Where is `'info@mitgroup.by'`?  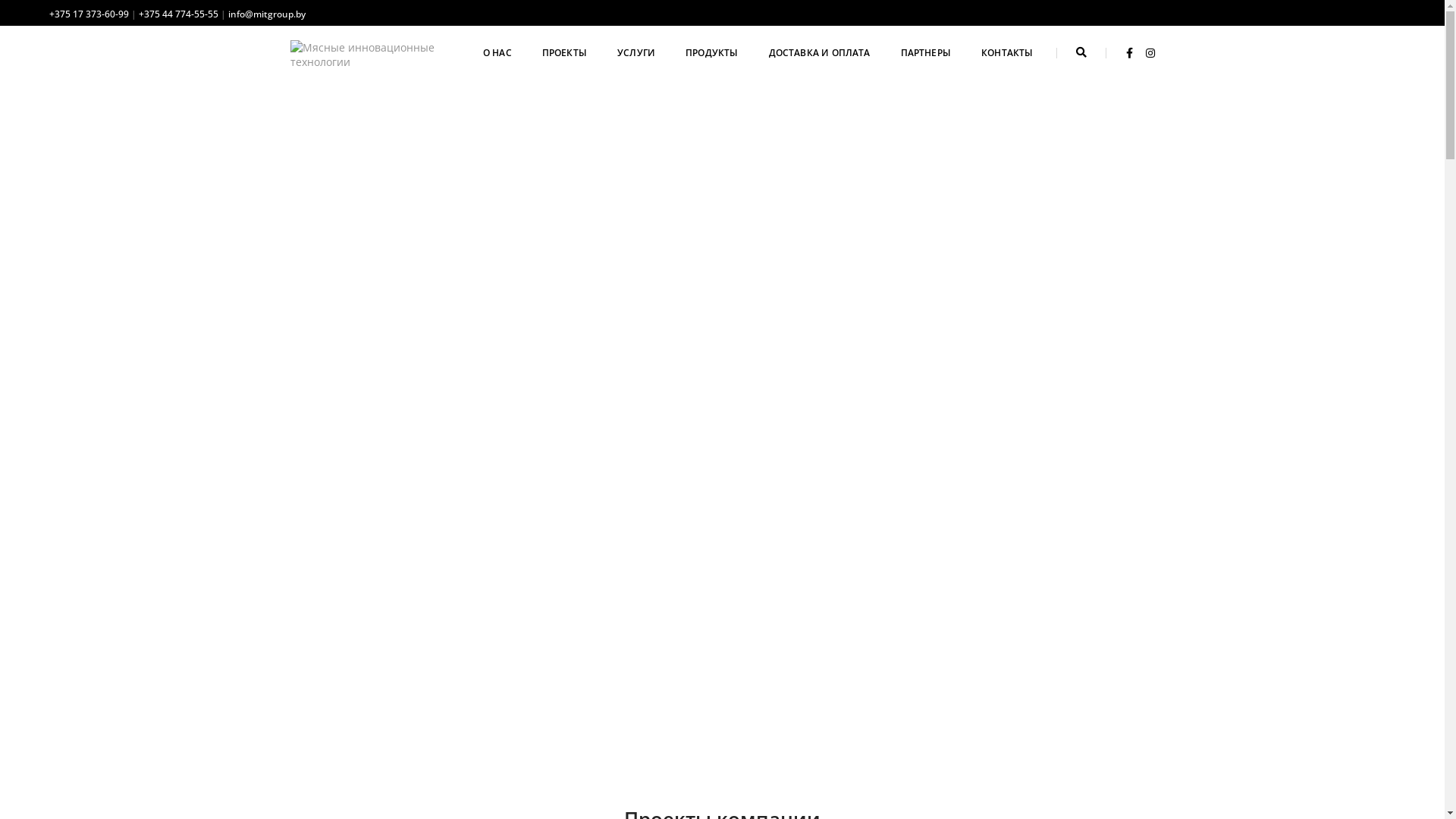
'info@mitgroup.by' is located at coordinates (227, 14).